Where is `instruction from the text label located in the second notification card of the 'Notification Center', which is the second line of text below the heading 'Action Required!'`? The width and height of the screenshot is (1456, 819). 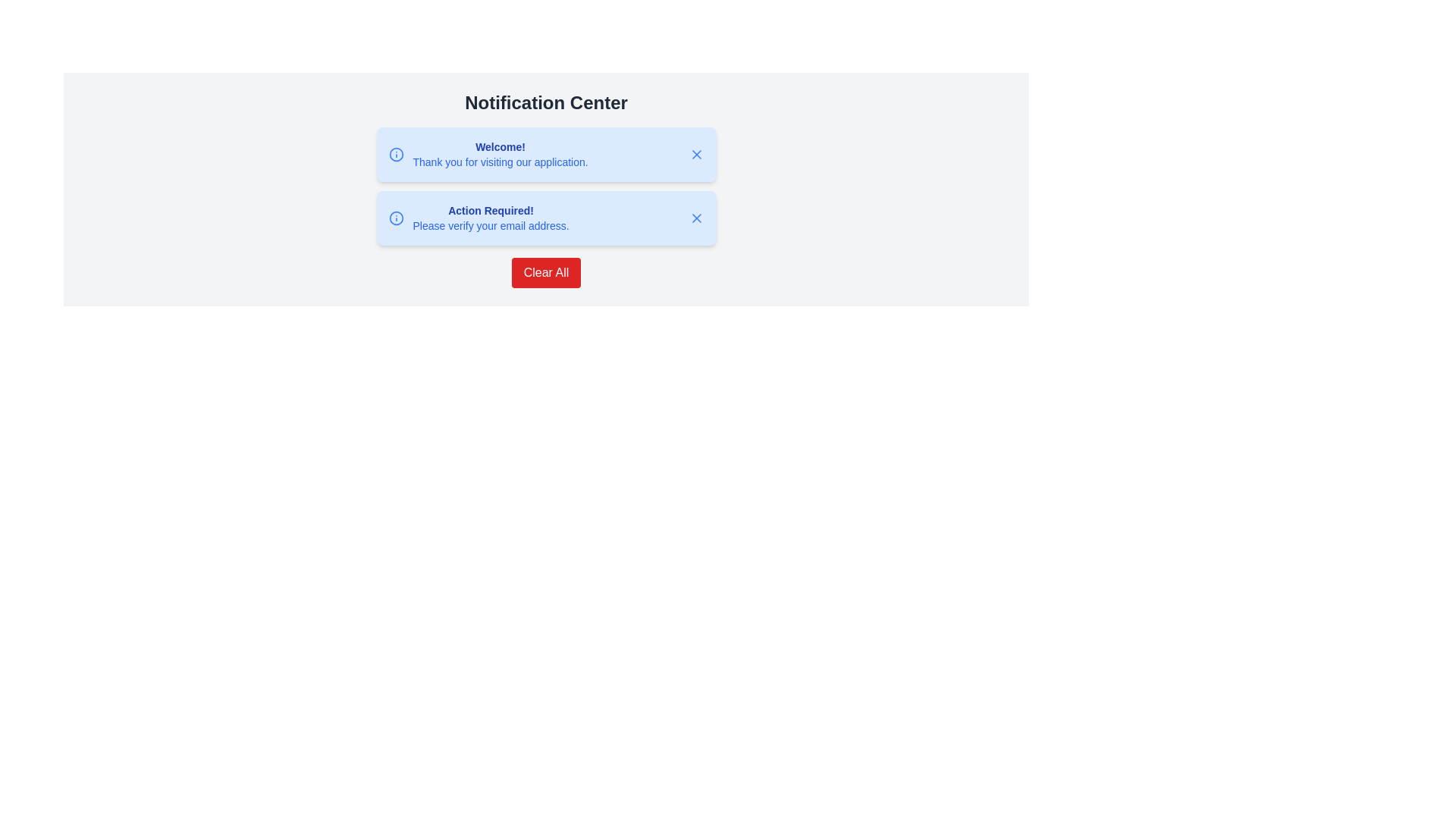
instruction from the text label located in the second notification card of the 'Notification Center', which is the second line of text below the heading 'Action Required!' is located at coordinates (491, 225).